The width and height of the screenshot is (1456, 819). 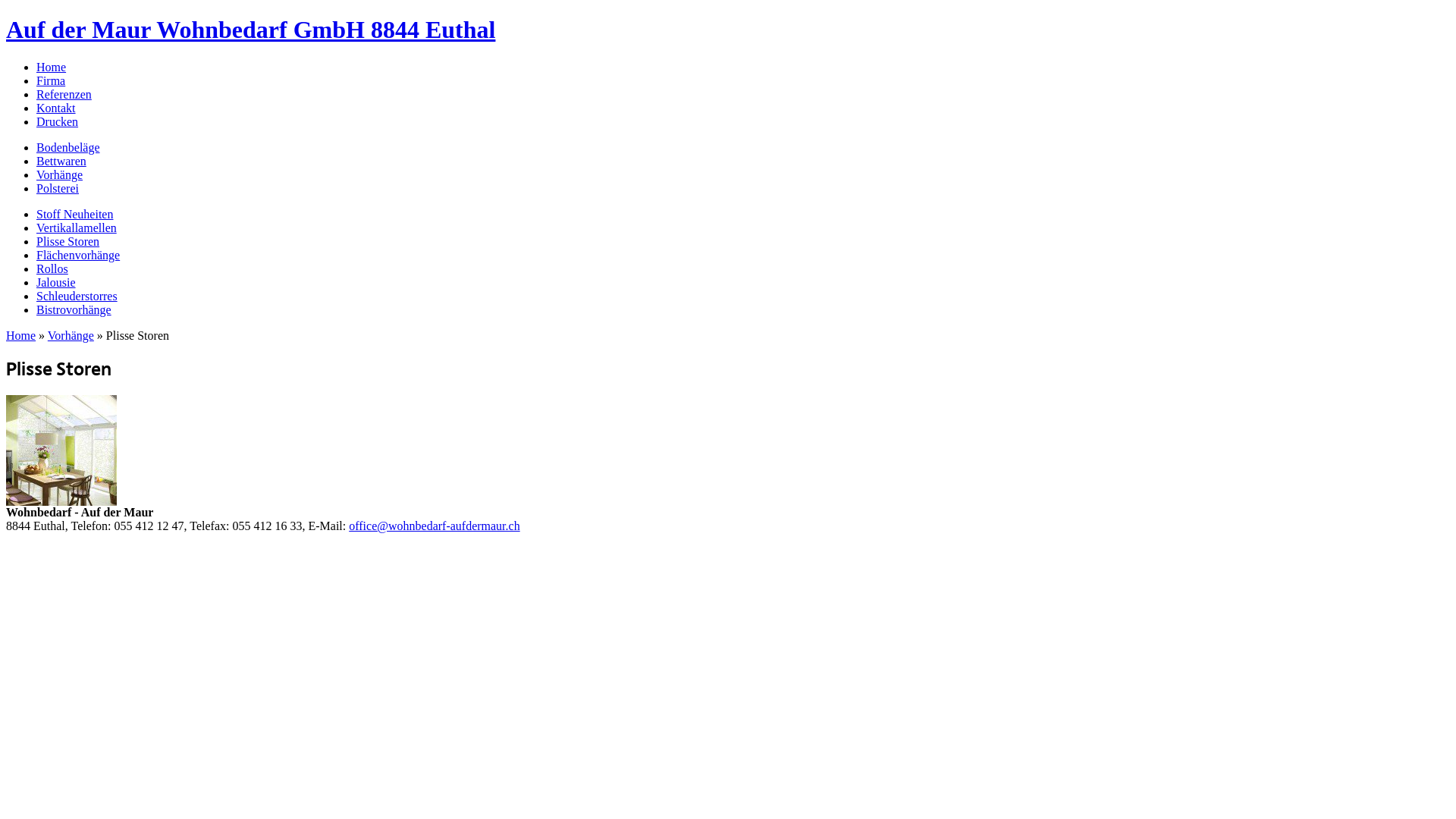 I want to click on 'office@wohnbedarf-aufdermaur.ch', so click(x=433, y=525).